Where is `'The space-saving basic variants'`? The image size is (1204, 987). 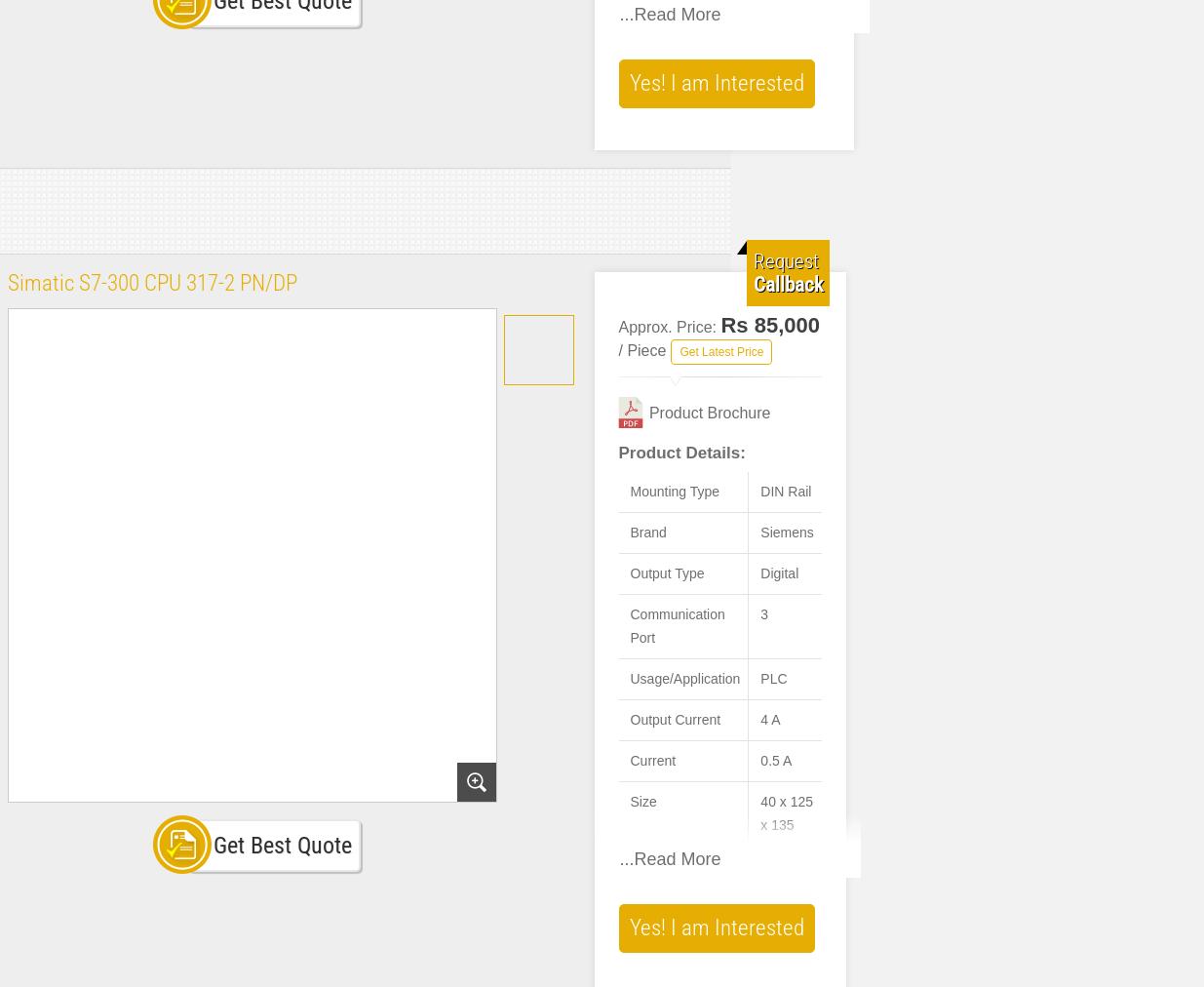
'The space-saving basic variants' is located at coordinates (737, 334).